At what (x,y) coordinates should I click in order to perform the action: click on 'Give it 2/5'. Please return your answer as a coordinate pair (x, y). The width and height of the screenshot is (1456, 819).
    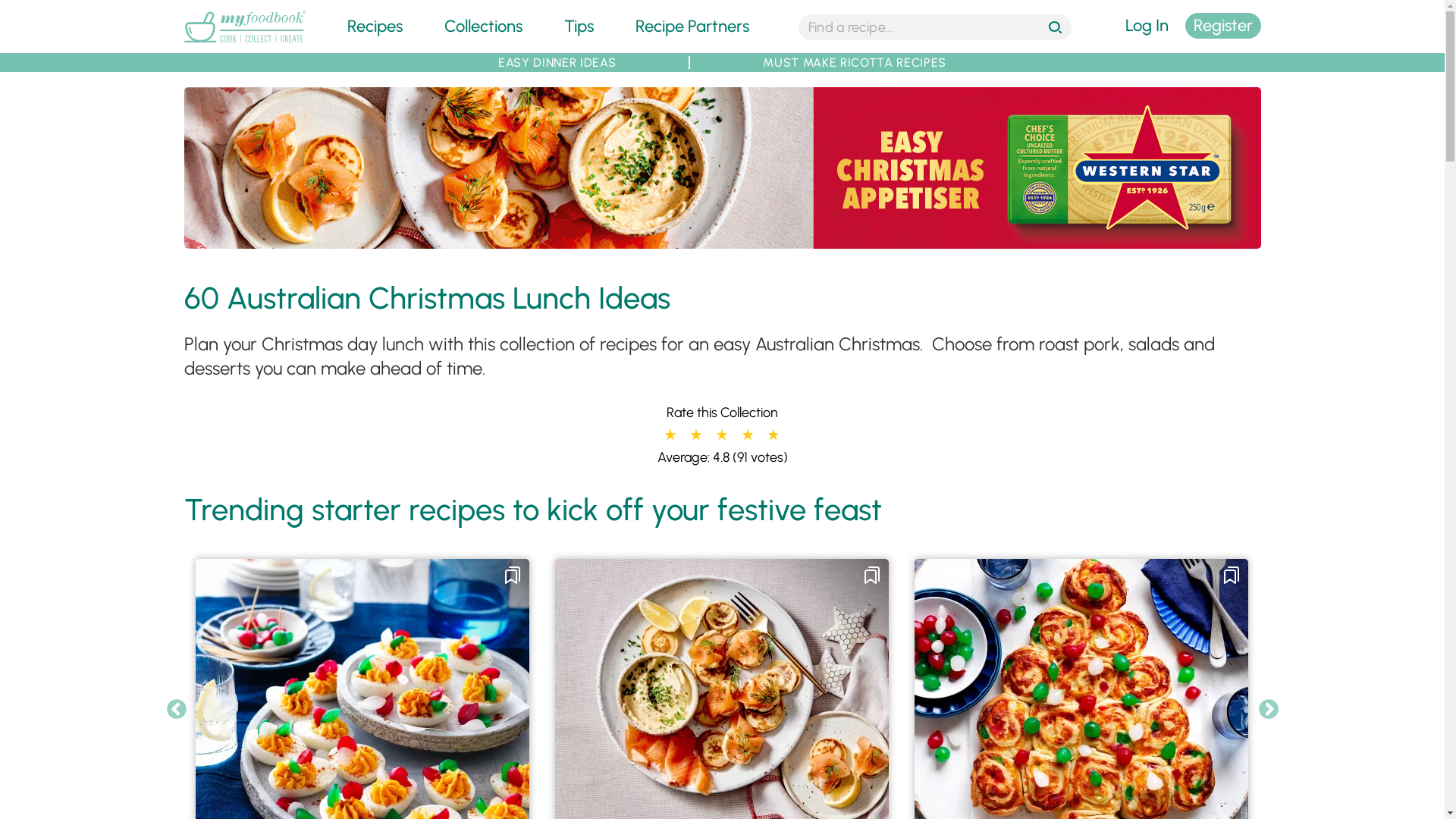
    Looking at the image, I should click on (694, 435).